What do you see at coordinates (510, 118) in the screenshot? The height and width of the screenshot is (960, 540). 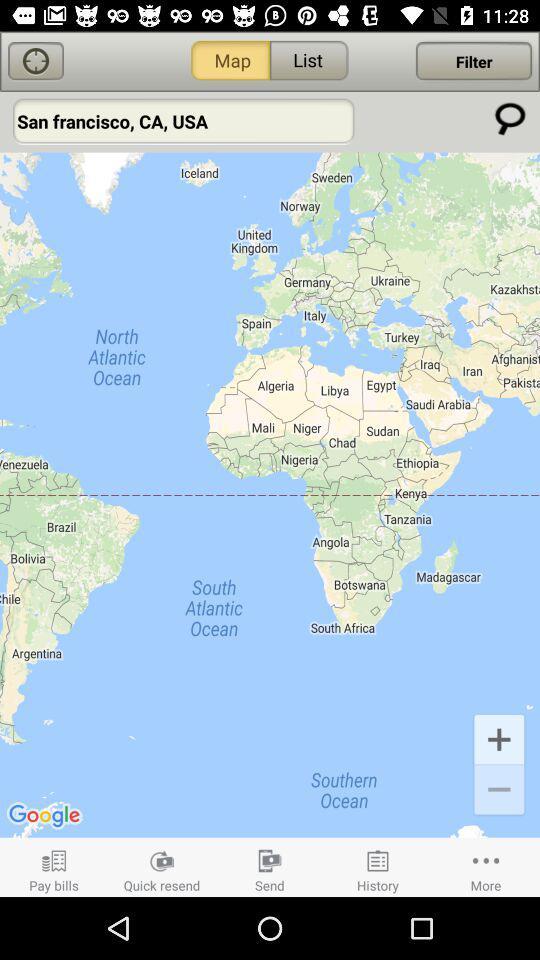 I see `search location` at bounding box center [510, 118].